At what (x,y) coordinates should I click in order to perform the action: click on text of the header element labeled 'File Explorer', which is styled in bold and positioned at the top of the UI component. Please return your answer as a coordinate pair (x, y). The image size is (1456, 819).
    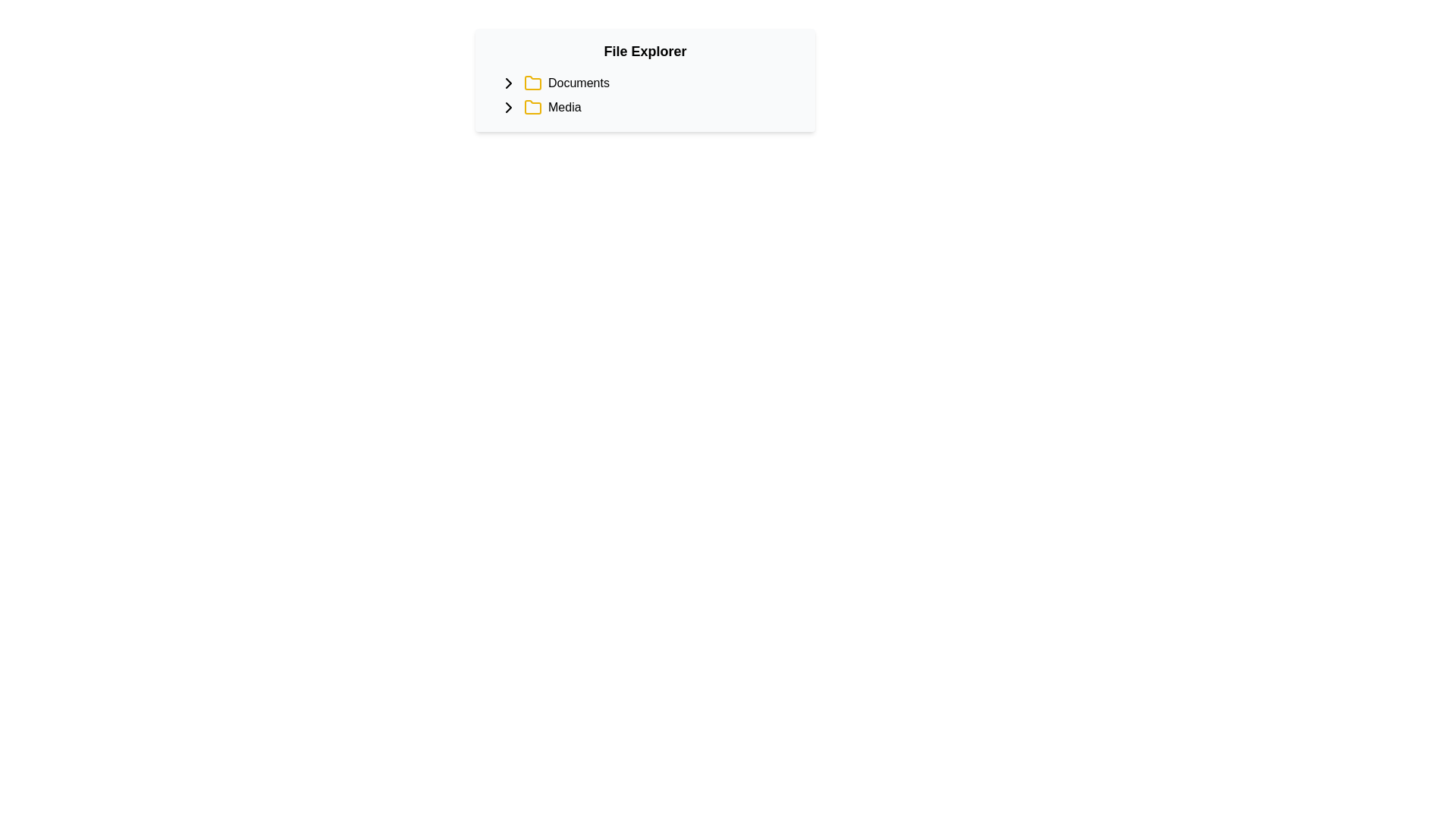
    Looking at the image, I should click on (645, 51).